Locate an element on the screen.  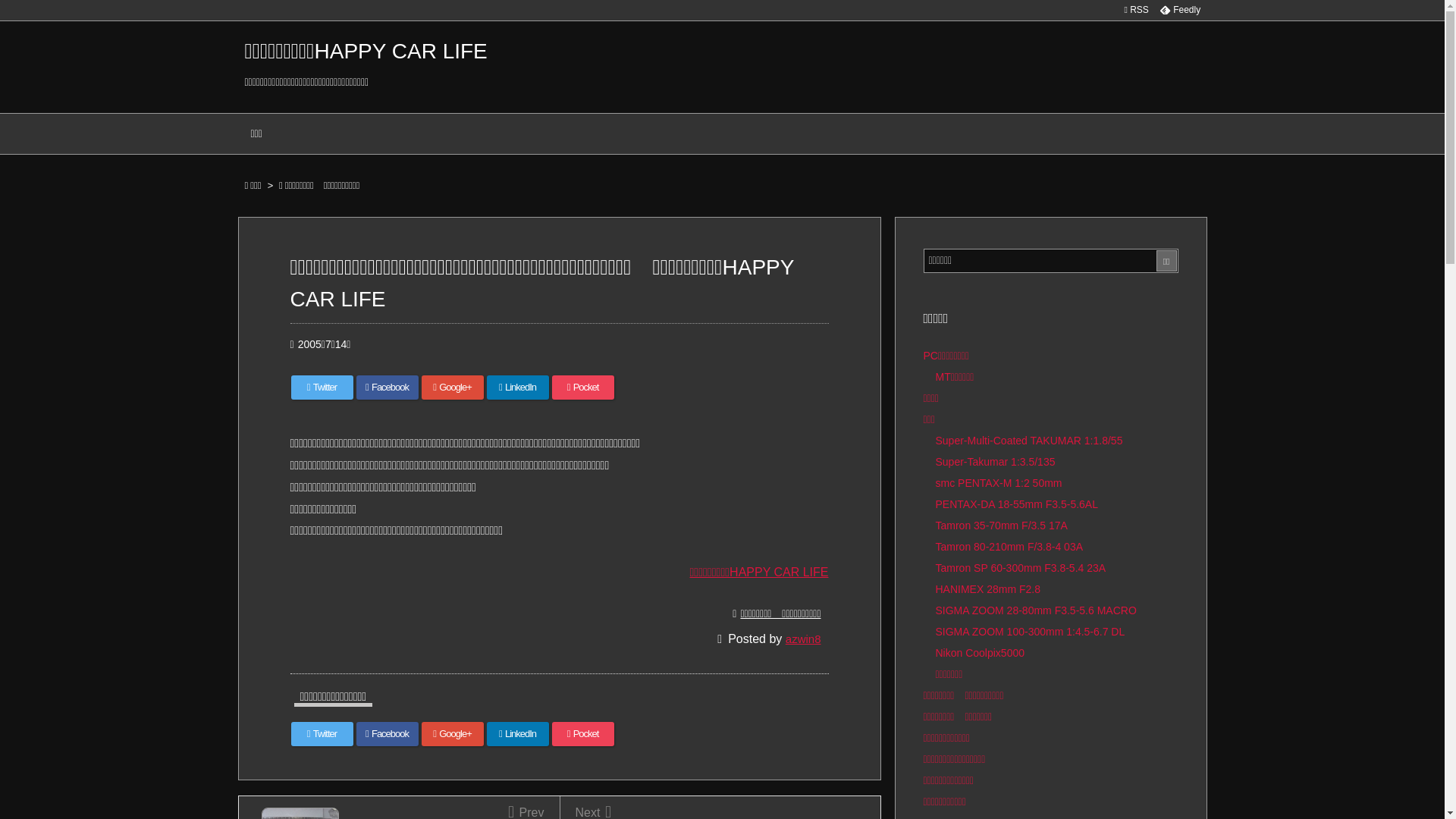
' Facebook' is located at coordinates (387, 386).